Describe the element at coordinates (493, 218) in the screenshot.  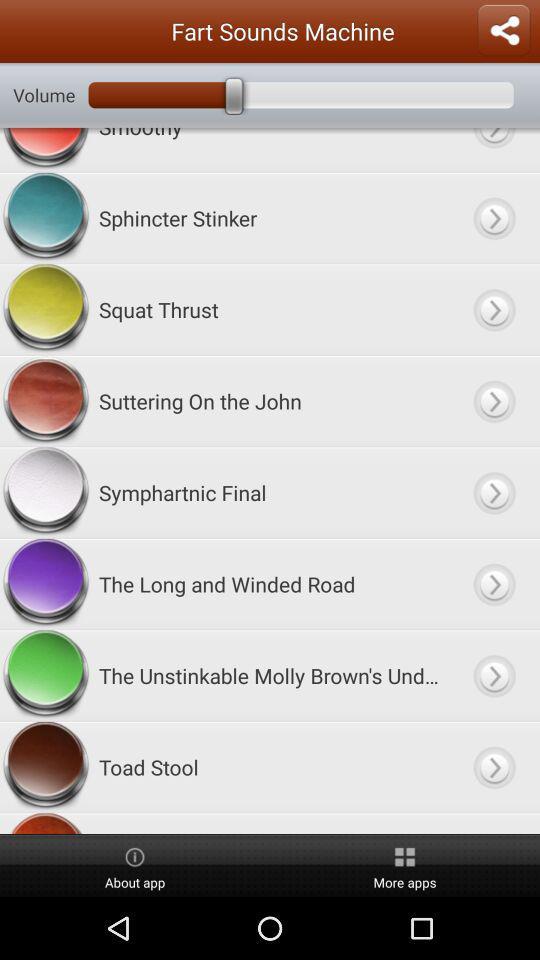
I see `sphincter stinker item` at that location.